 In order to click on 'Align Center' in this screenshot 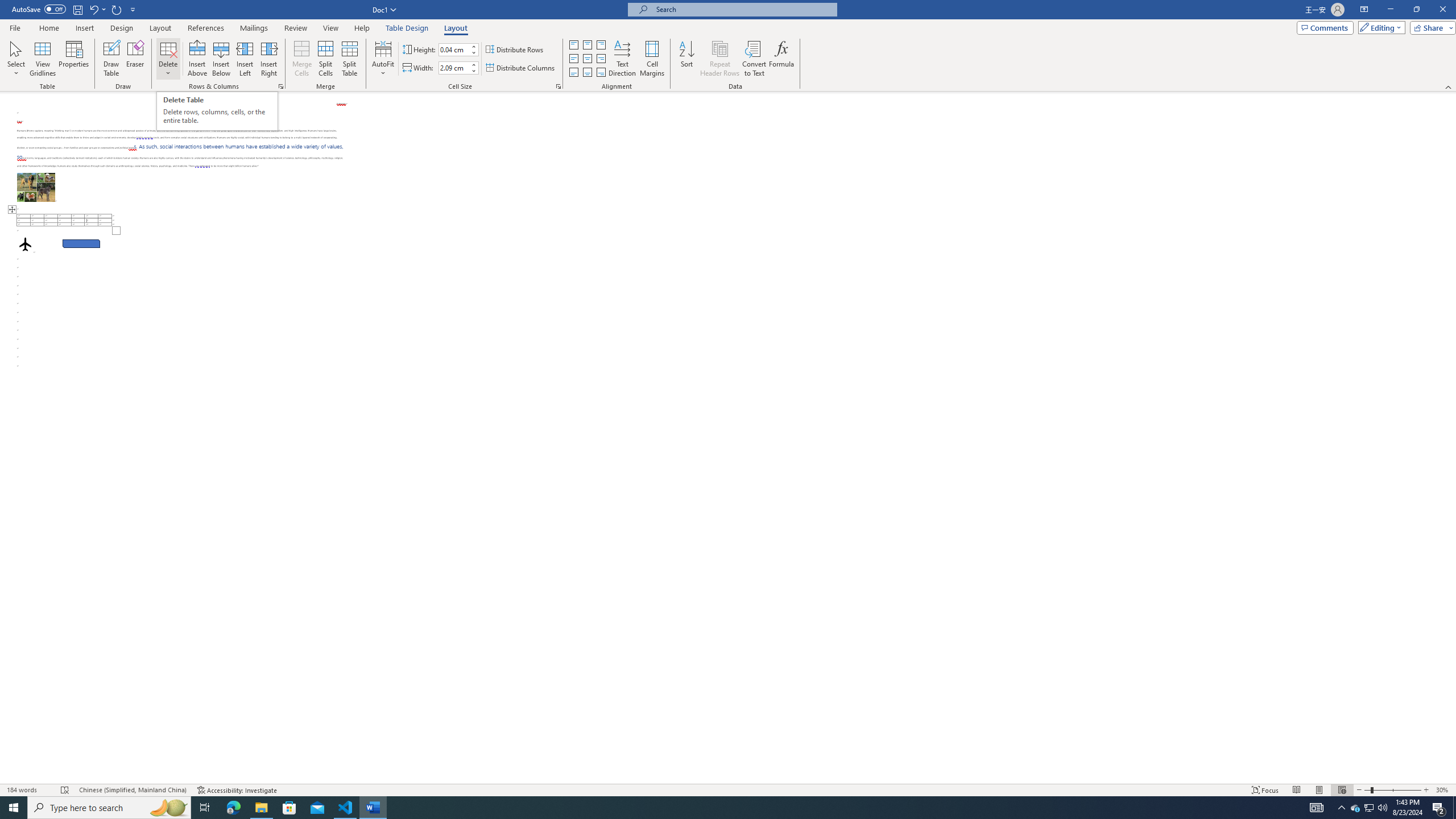, I will do `click(586, 59)`.